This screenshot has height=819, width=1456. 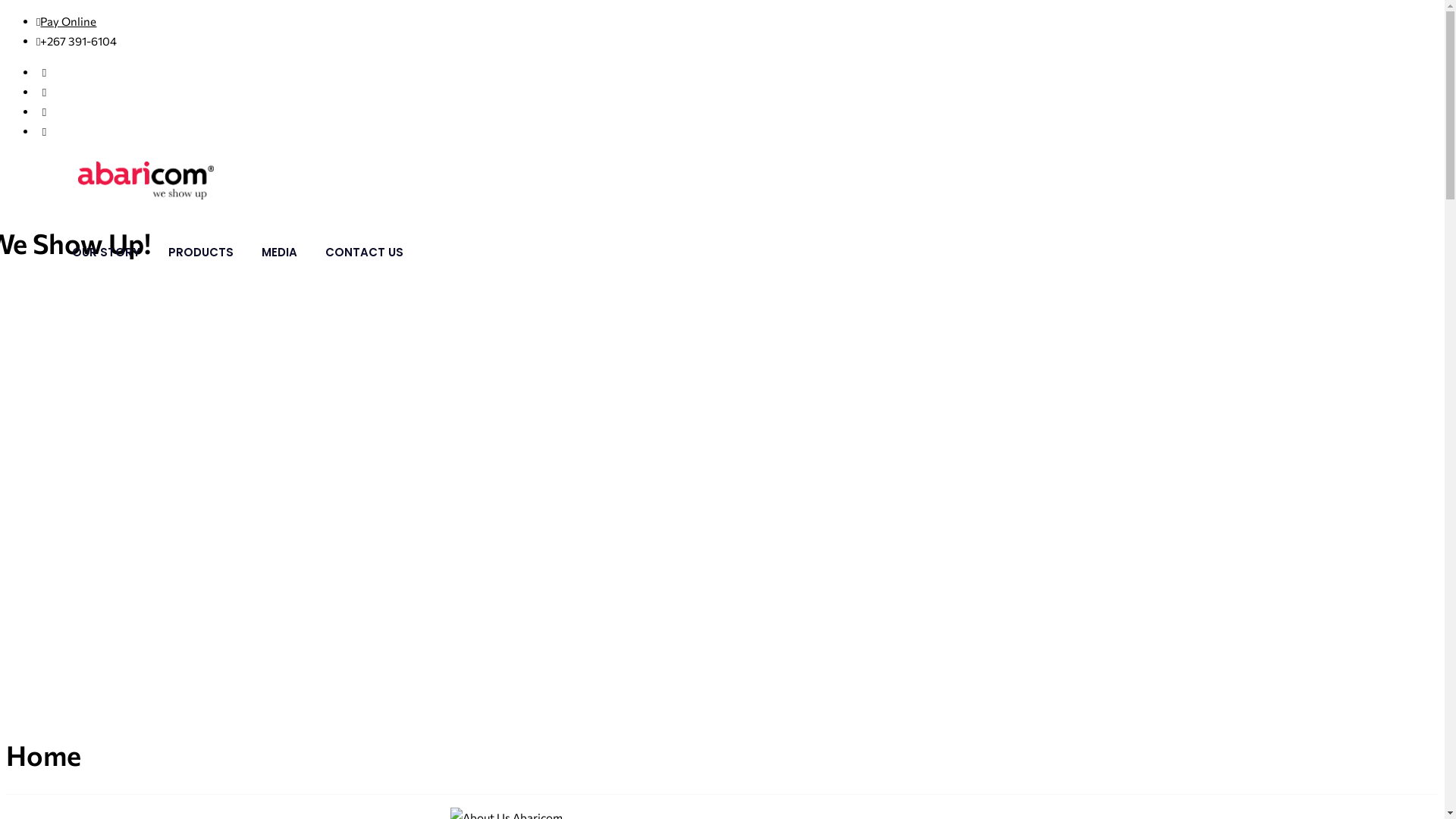 What do you see at coordinates (199, 251) in the screenshot?
I see `'PRODUCTS'` at bounding box center [199, 251].